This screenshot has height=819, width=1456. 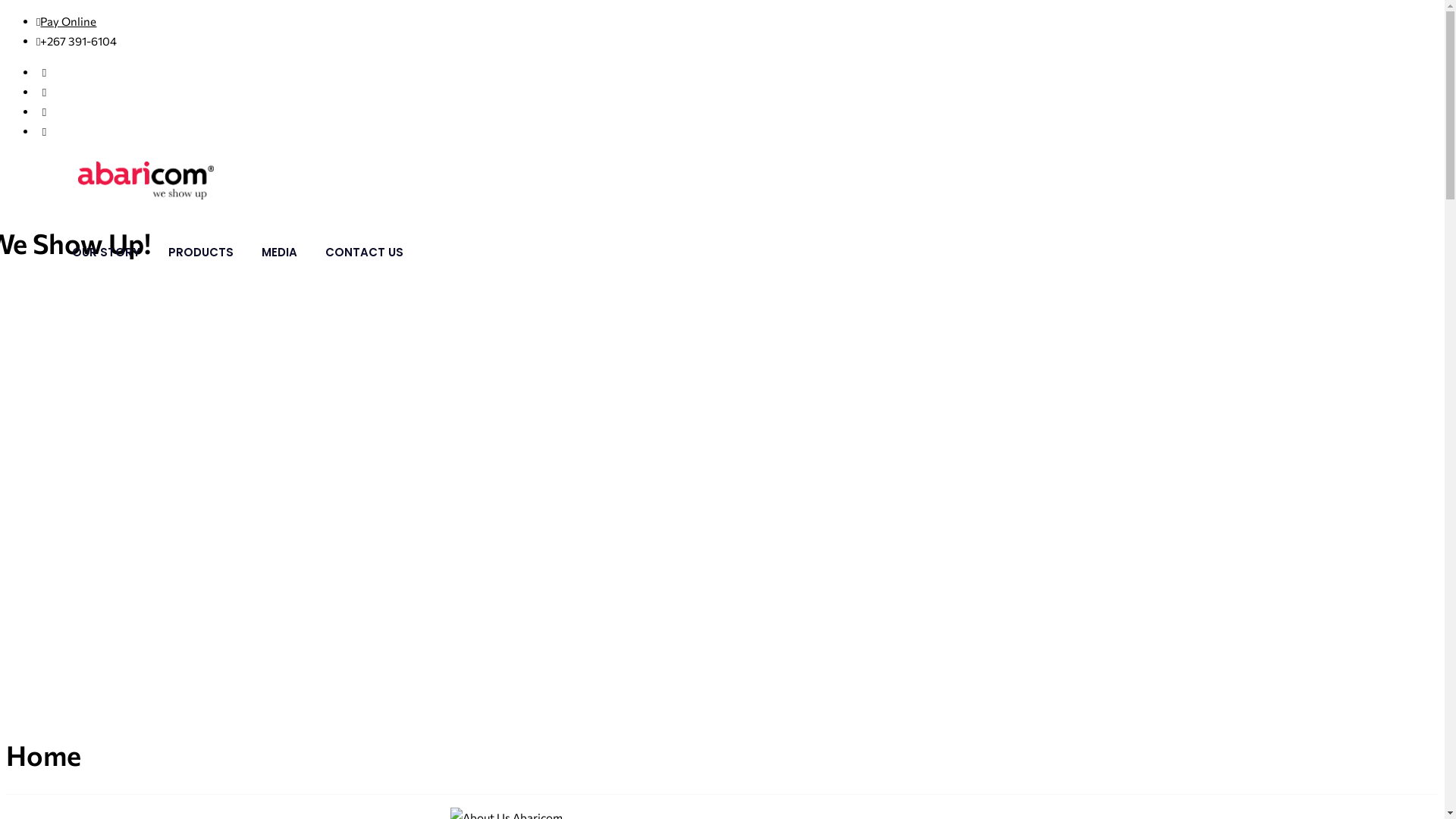 What do you see at coordinates (199, 251) in the screenshot?
I see `'PRODUCTS'` at bounding box center [199, 251].